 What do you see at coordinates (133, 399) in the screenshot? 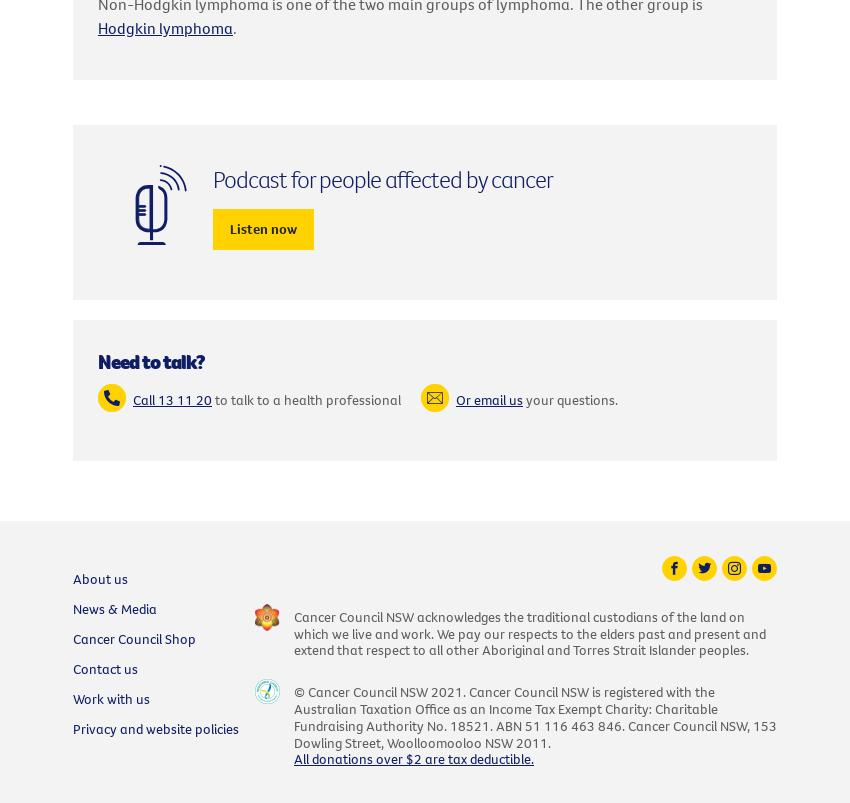
I see `'Call 13 11 20'` at bounding box center [133, 399].